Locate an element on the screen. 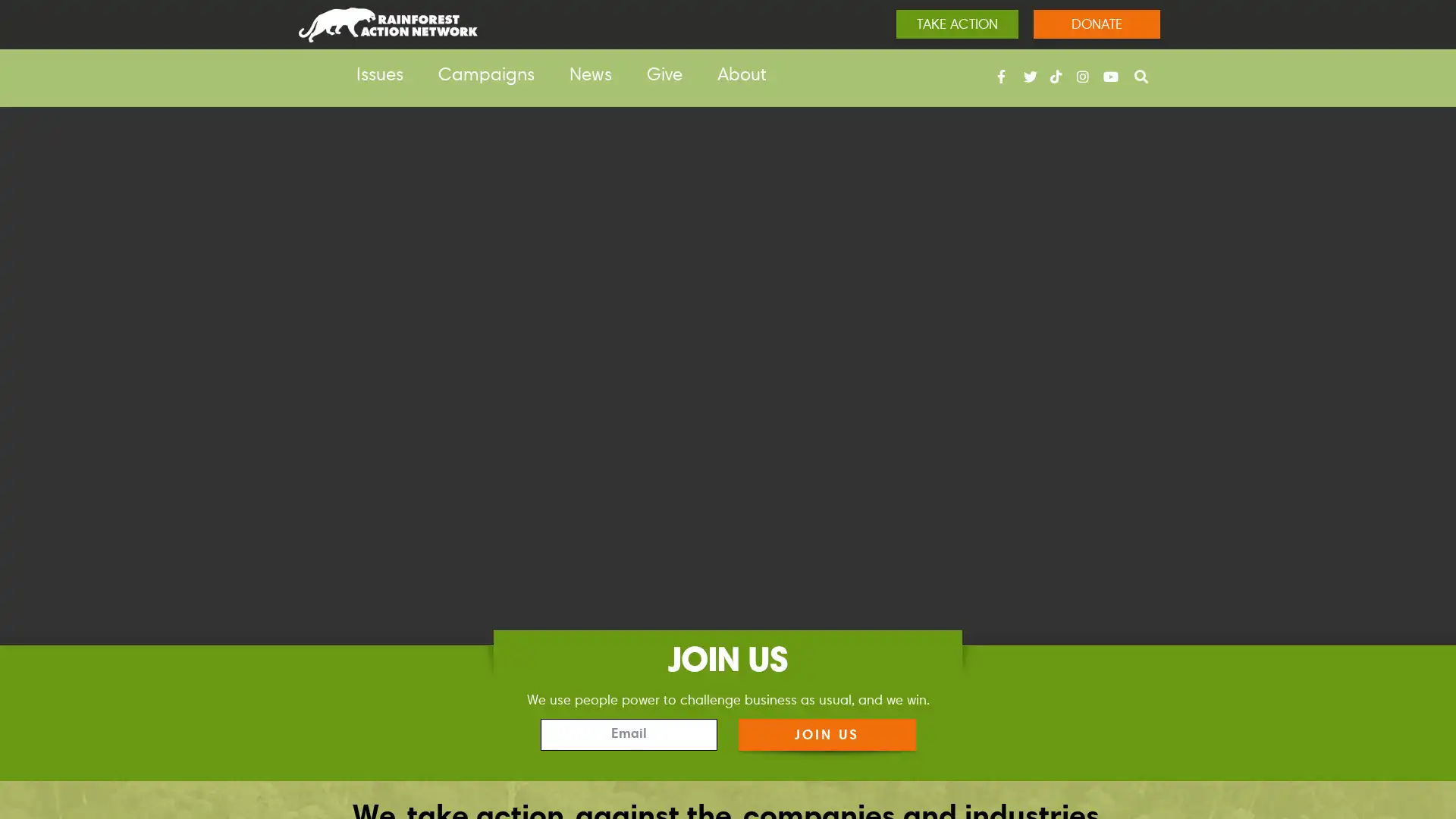 The image size is (1456, 819). Join Us is located at coordinates (825, 733).